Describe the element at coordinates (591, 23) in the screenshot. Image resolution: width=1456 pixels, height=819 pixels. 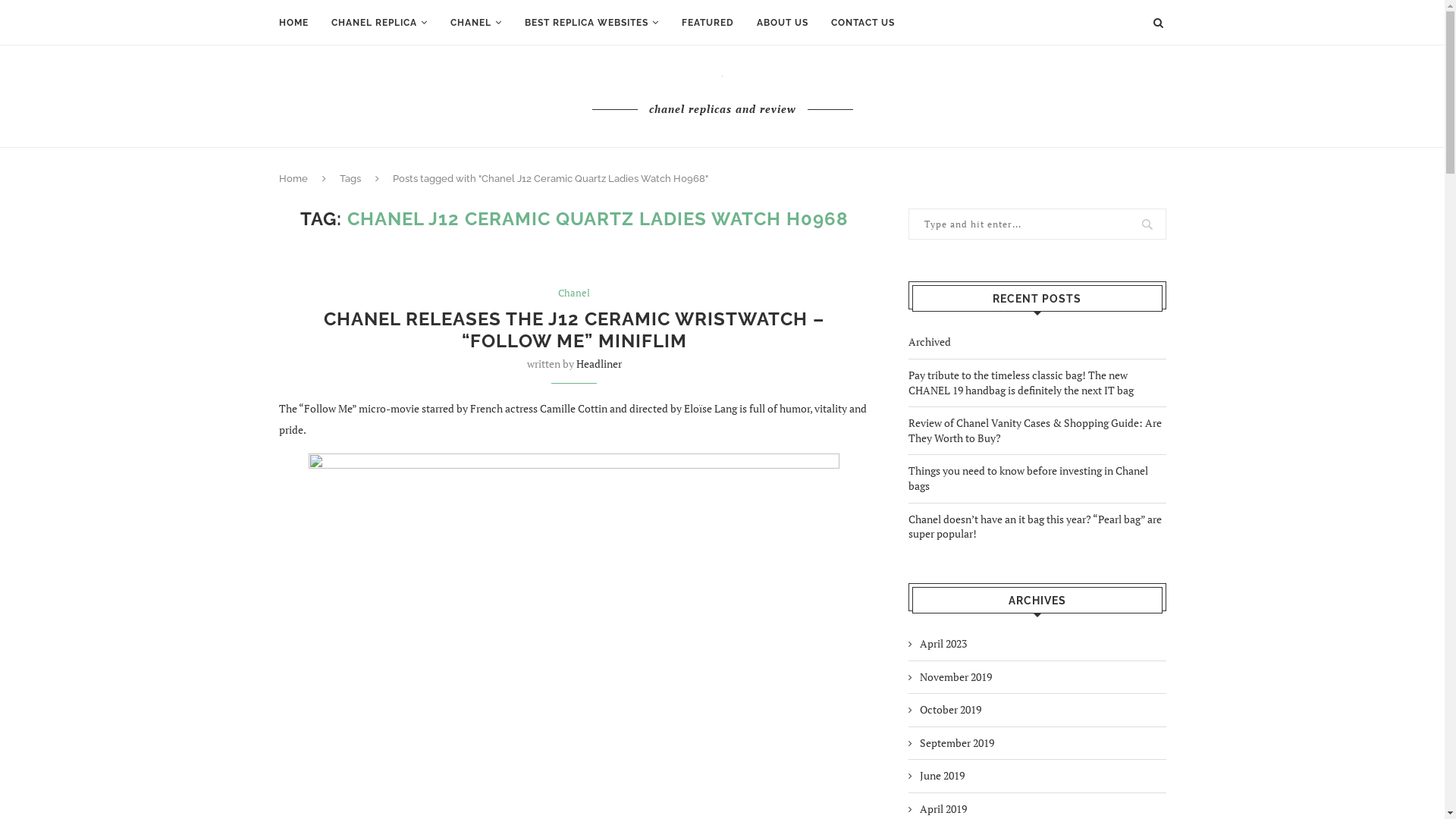
I see `'BEST REPLICA WEBSITES'` at that location.